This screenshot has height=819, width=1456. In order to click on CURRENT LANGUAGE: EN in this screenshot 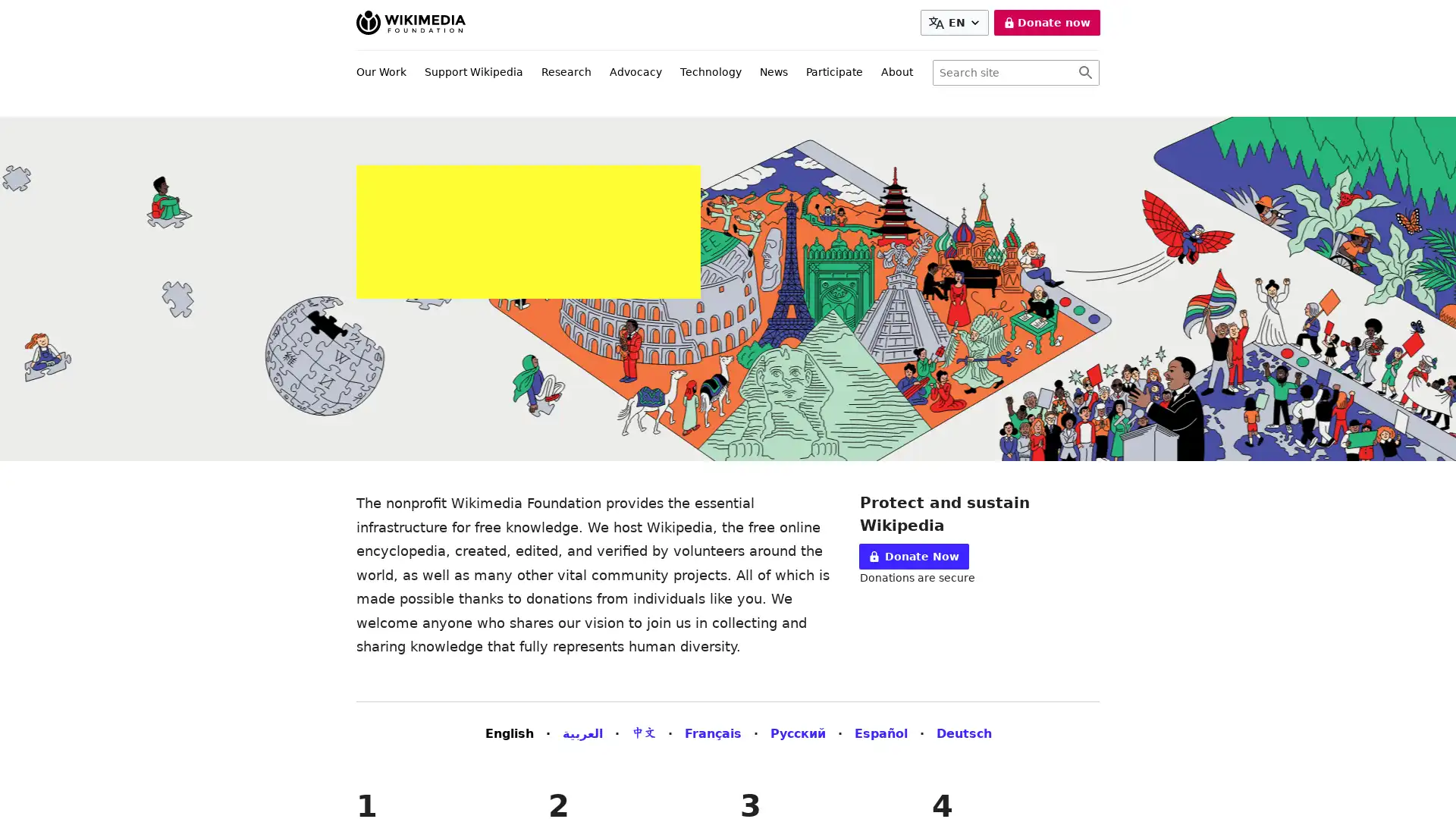, I will do `click(953, 23)`.